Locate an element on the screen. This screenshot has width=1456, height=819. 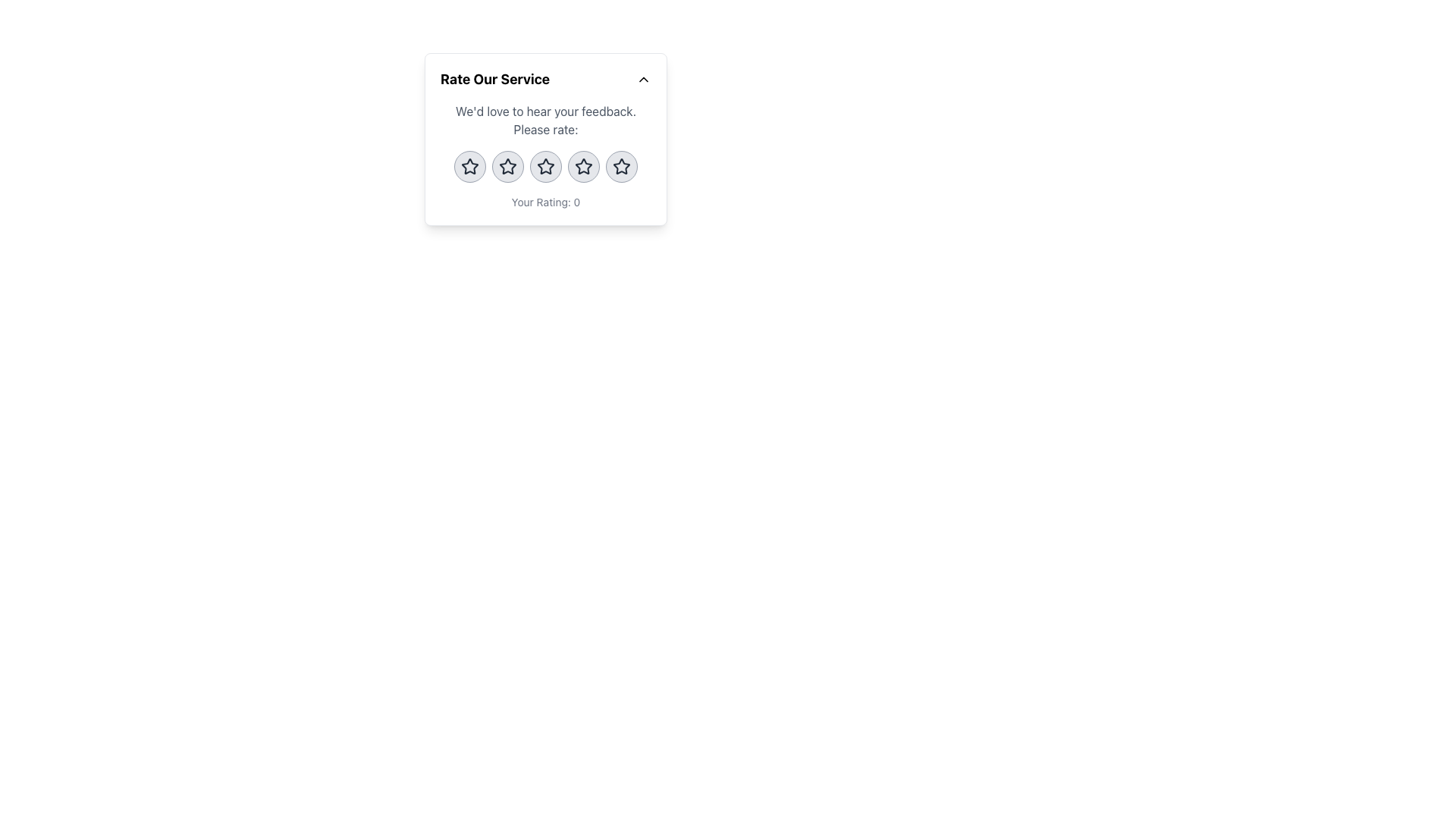
the second star rating button in a row of five is located at coordinates (508, 166).